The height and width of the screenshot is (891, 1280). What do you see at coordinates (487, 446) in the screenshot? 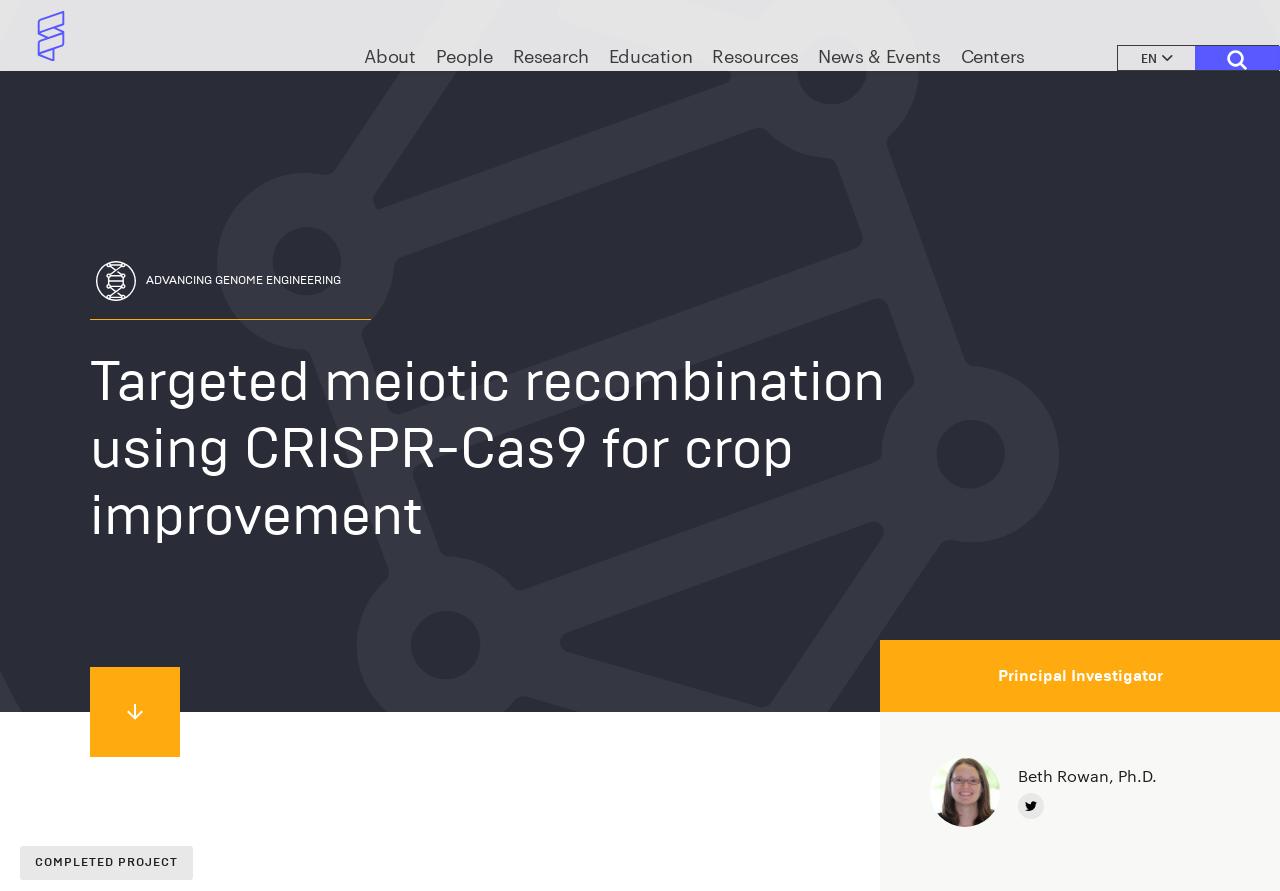
I see `'Targeted meiotic recombination using CRISPR-Cas9 for crop improvement'` at bounding box center [487, 446].